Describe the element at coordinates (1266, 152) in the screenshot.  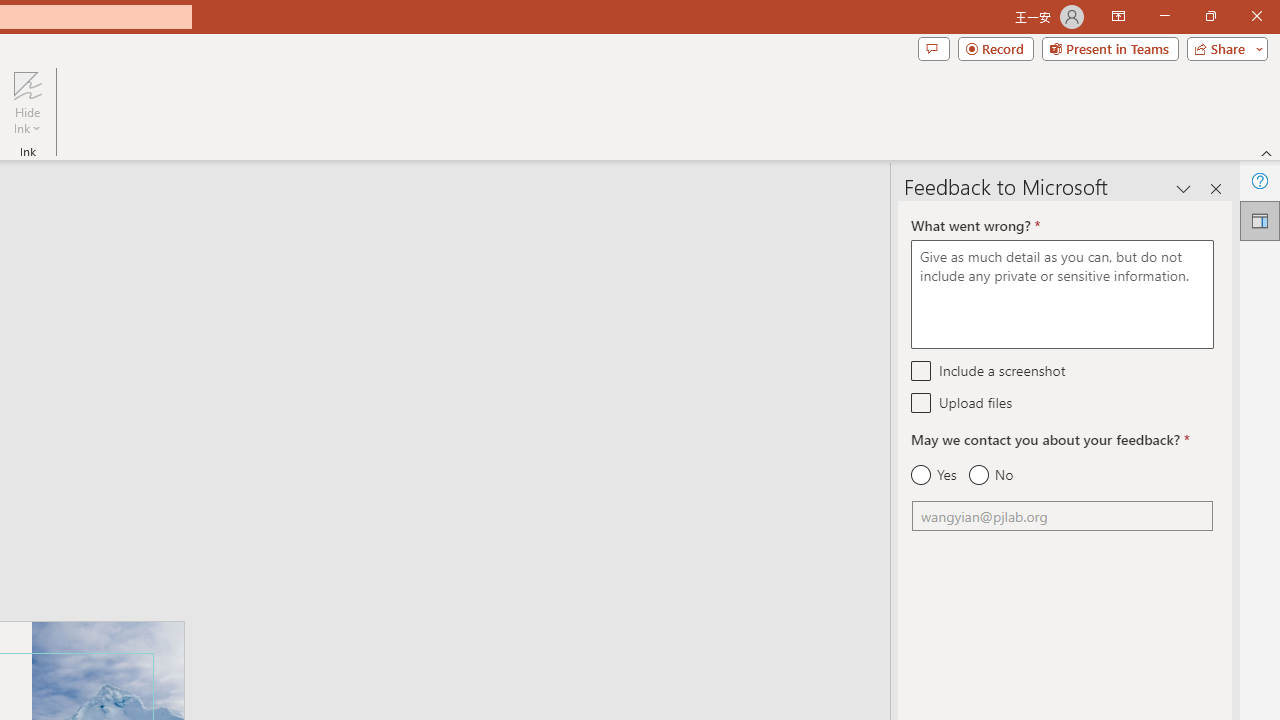
I see `'Collapse the Ribbon'` at that location.